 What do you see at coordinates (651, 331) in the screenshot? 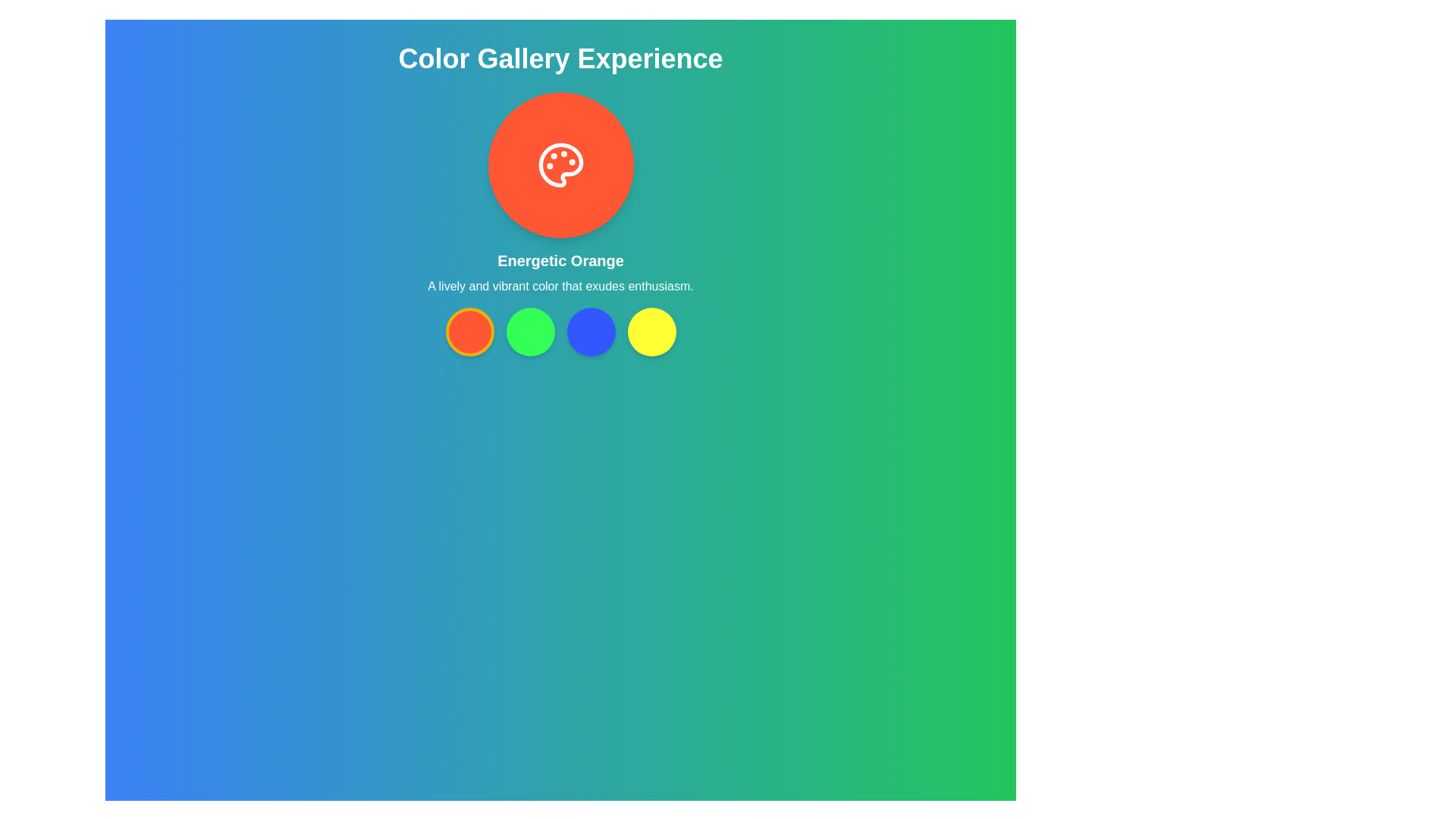
I see `the fourth button in the color gallery that selects the yellow color theme for accessibility navigation` at bounding box center [651, 331].